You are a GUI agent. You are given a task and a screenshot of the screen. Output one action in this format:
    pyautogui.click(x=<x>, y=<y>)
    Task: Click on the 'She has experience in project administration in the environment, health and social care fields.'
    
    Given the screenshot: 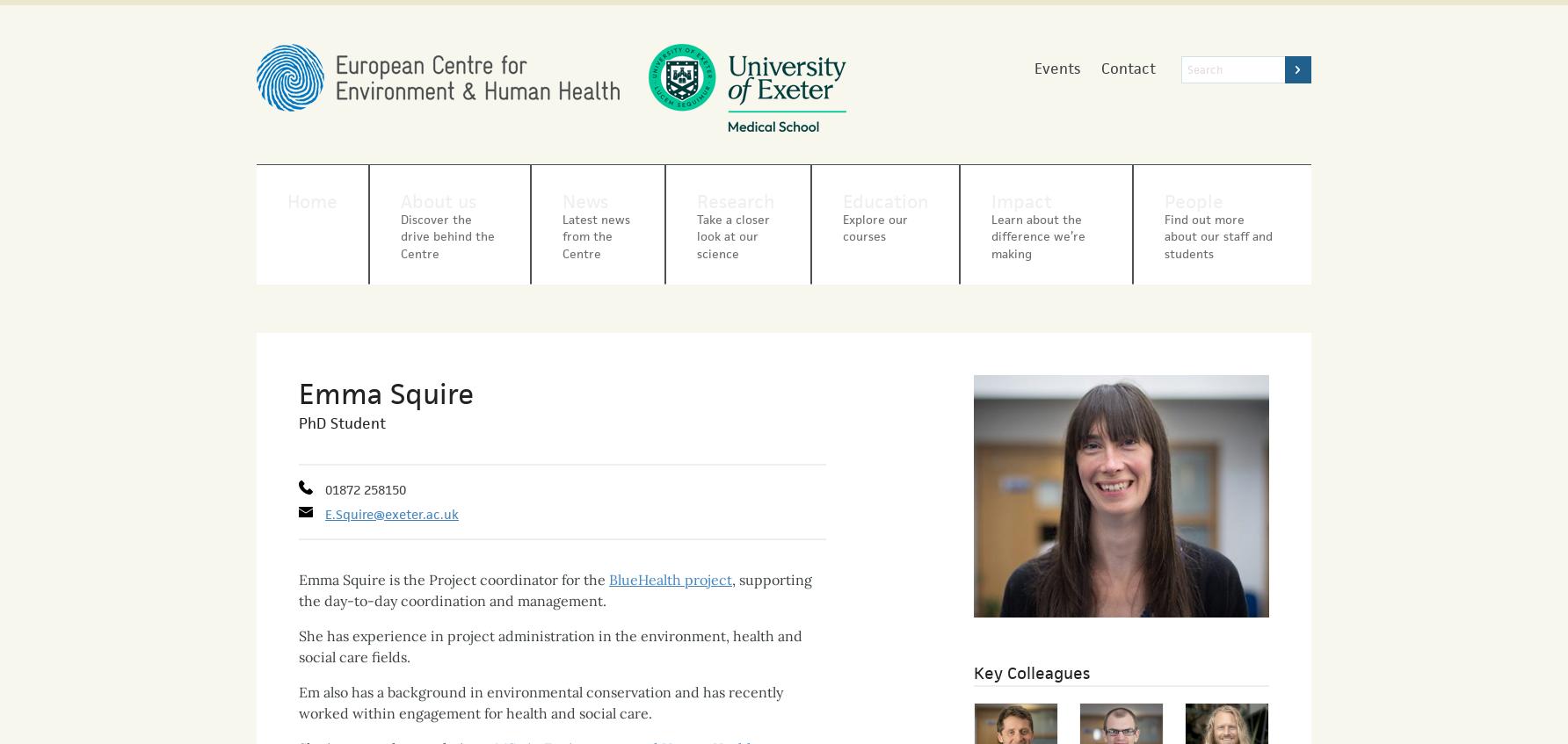 What is the action you would take?
    pyautogui.click(x=298, y=631)
    